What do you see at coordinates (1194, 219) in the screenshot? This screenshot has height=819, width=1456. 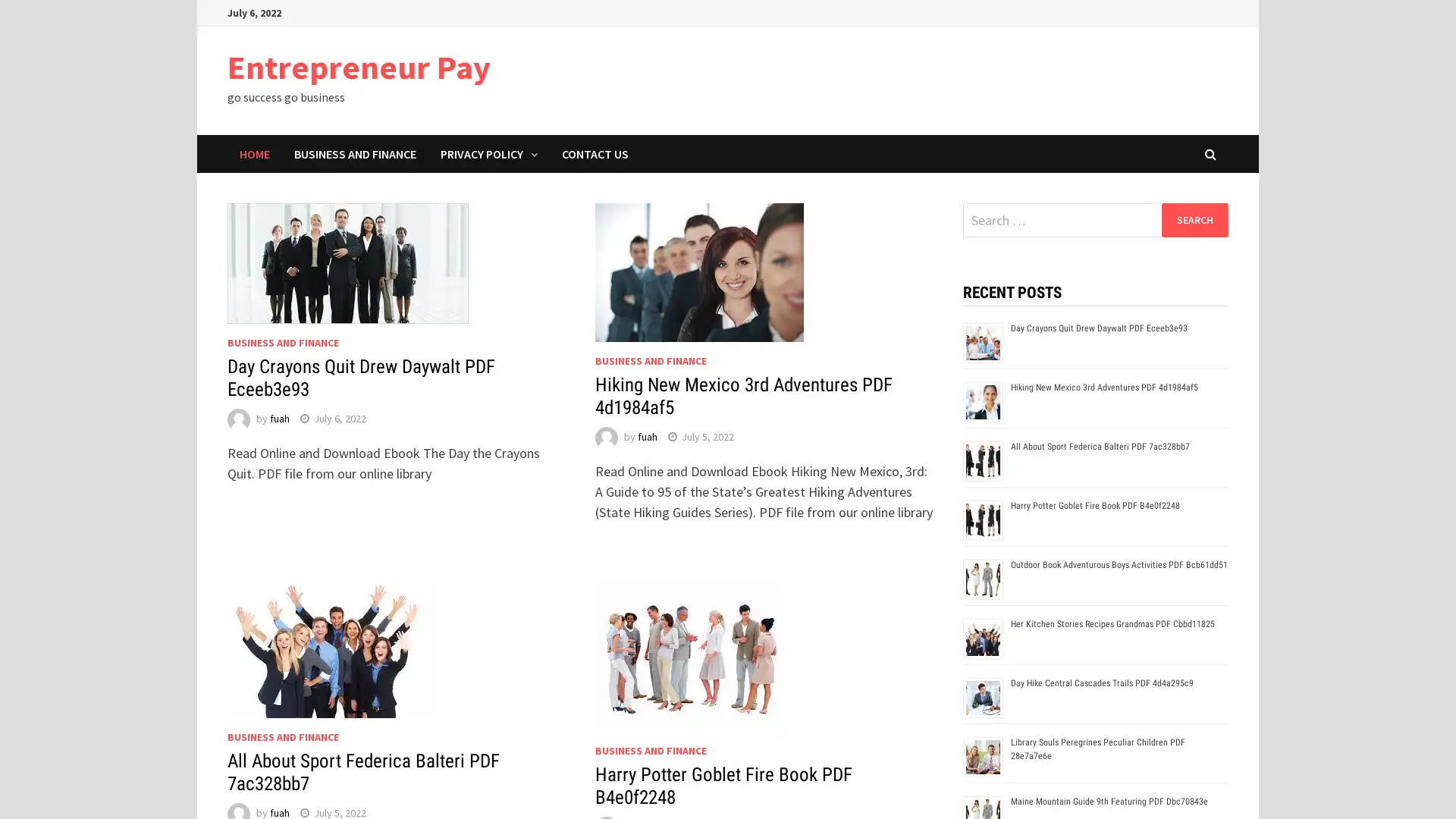 I see `Search` at bounding box center [1194, 219].